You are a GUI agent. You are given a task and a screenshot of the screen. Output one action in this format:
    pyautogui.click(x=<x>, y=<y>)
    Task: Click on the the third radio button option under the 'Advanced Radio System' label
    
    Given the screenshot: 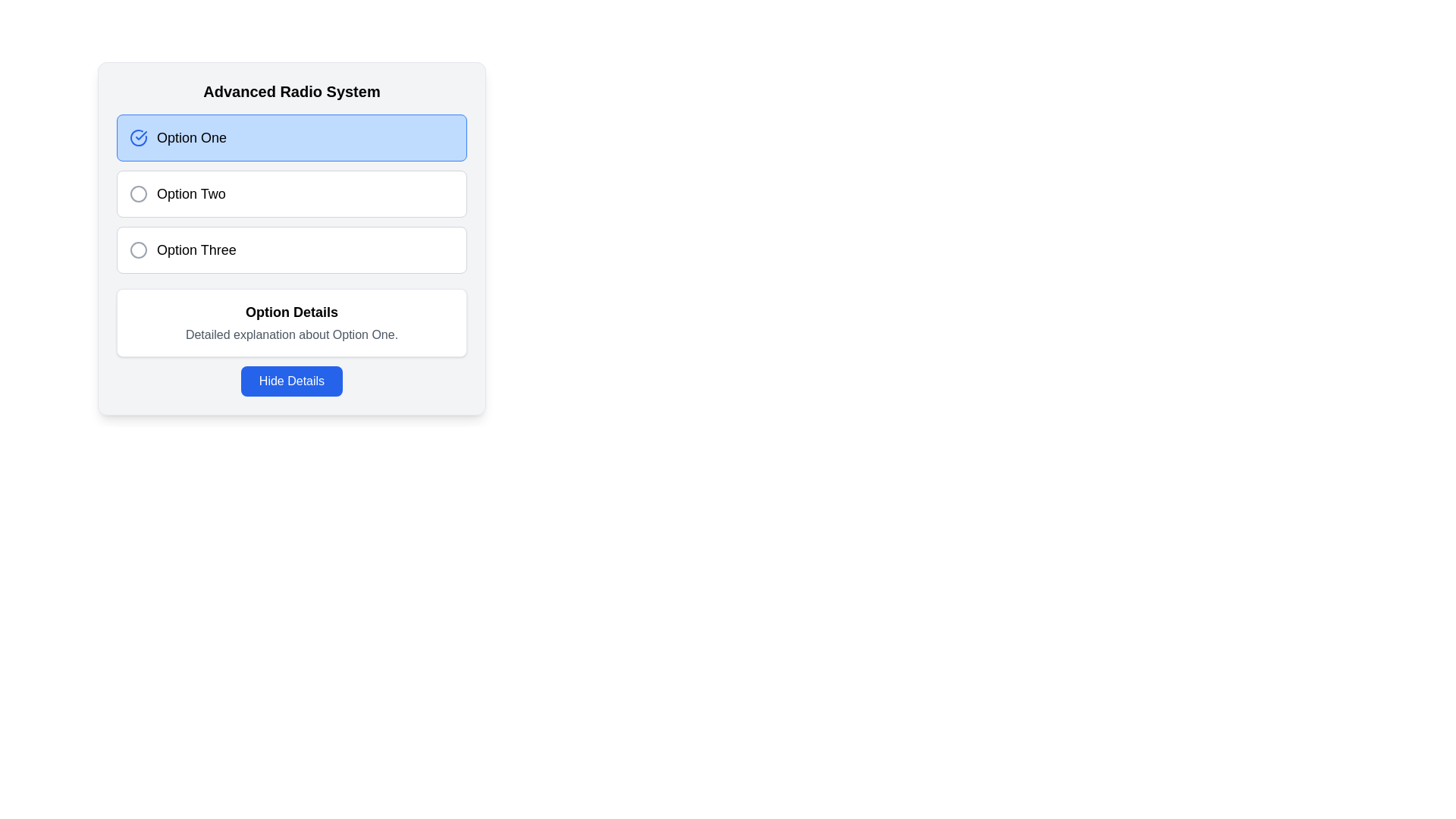 What is the action you would take?
    pyautogui.click(x=291, y=249)
    